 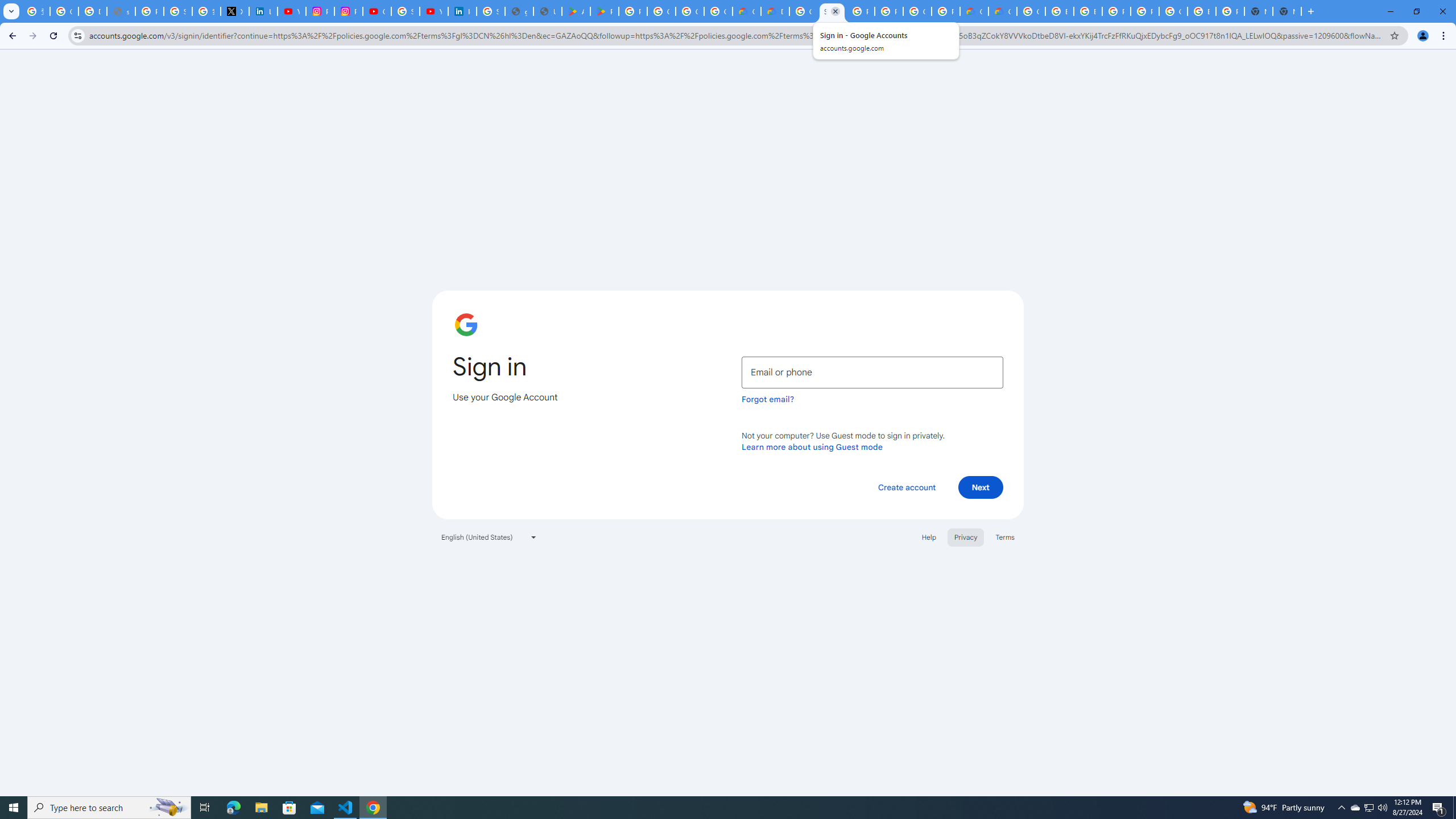 What do you see at coordinates (1030, 11) in the screenshot?
I see `'Google Cloud Platform'` at bounding box center [1030, 11].